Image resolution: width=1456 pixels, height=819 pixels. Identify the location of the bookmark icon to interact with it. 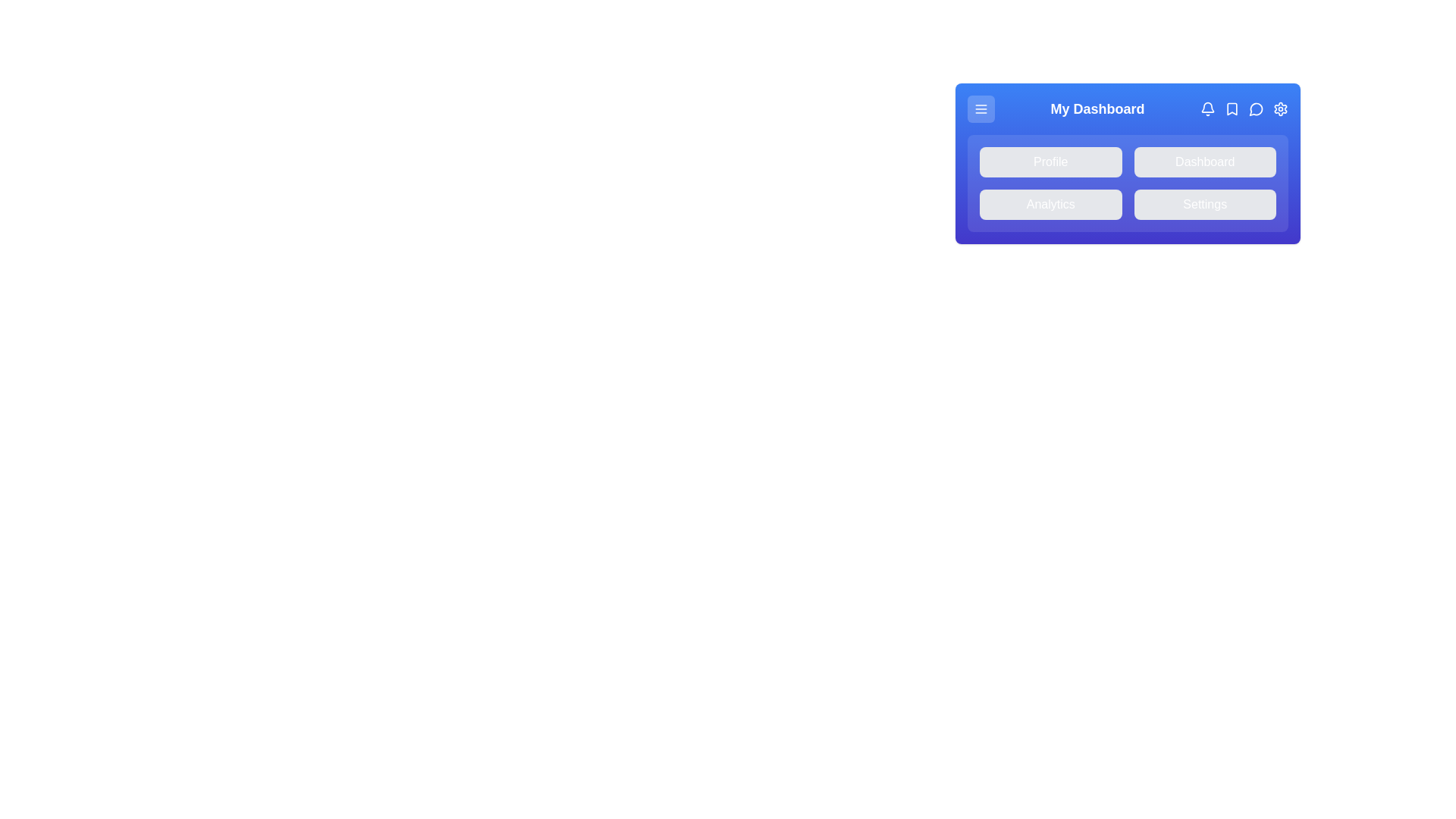
(1232, 108).